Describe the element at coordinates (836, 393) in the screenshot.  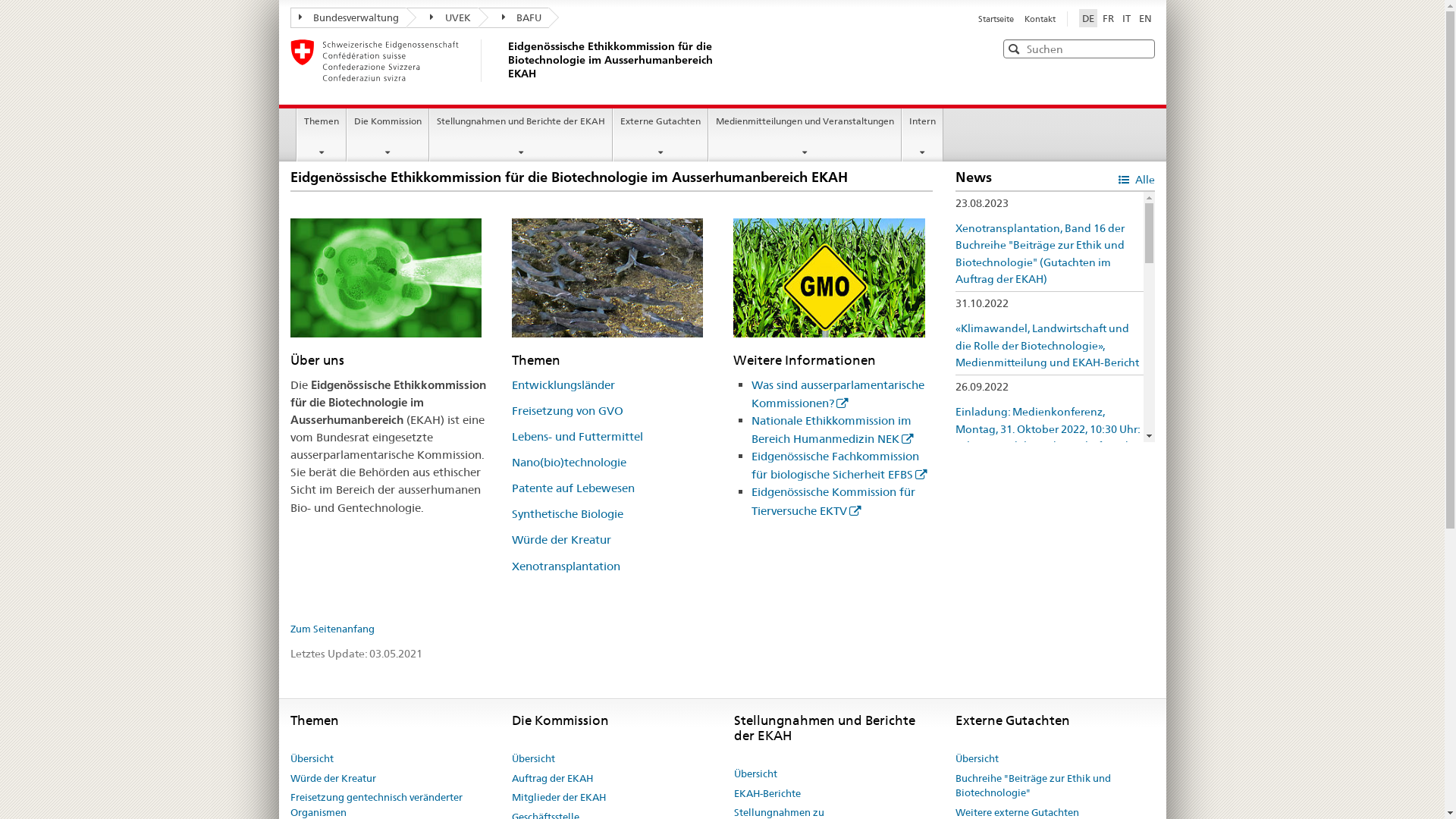
I see `'Was sind ausserparlamentarische Kommissionen?'` at that location.